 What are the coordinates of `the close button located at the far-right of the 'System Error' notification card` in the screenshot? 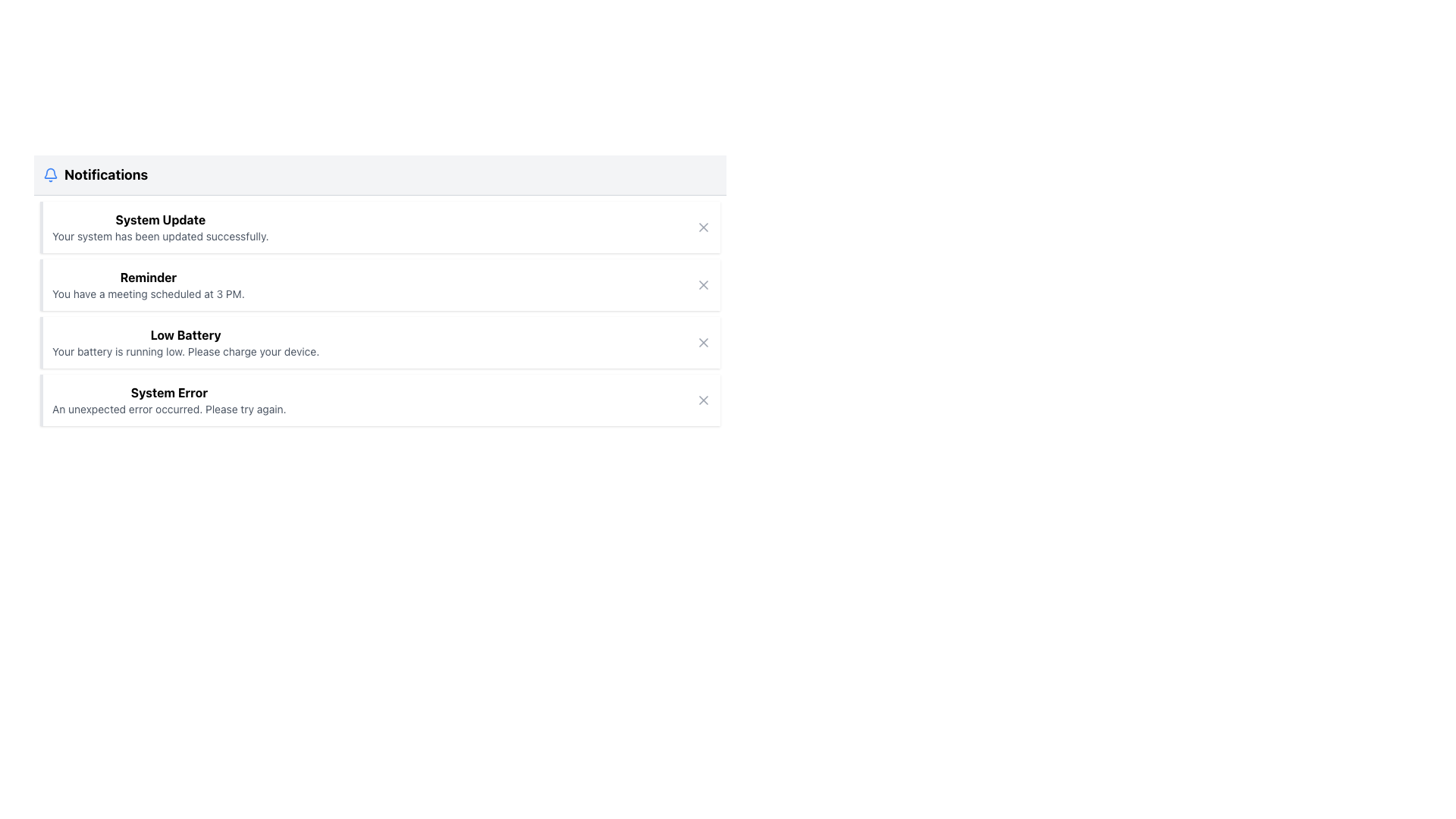 It's located at (702, 400).